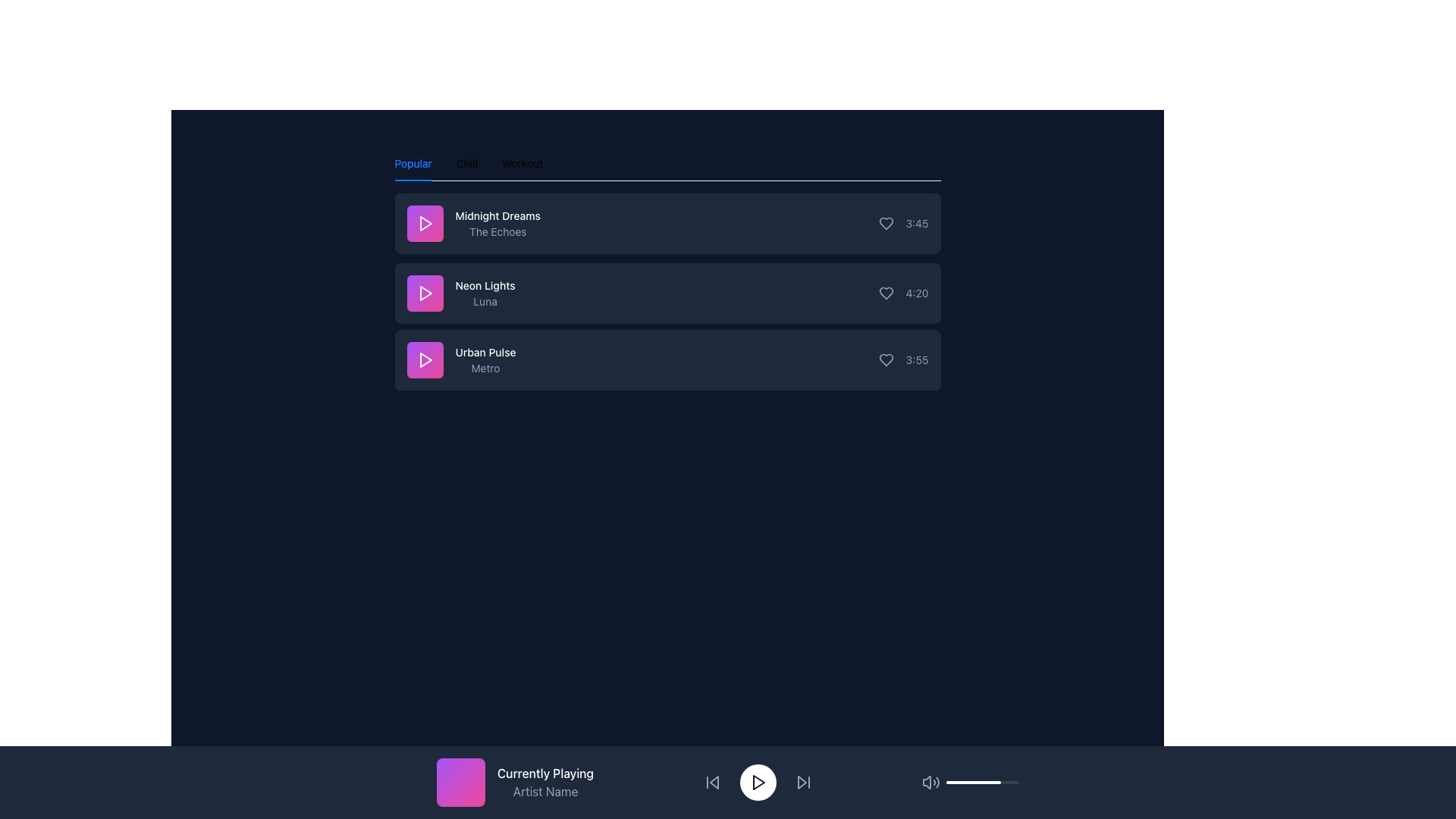  Describe the element at coordinates (425, 359) in the screenshot. I see `the triangular play icon button within the 'Urban Pulse' track item by 'Metro'` at that location.